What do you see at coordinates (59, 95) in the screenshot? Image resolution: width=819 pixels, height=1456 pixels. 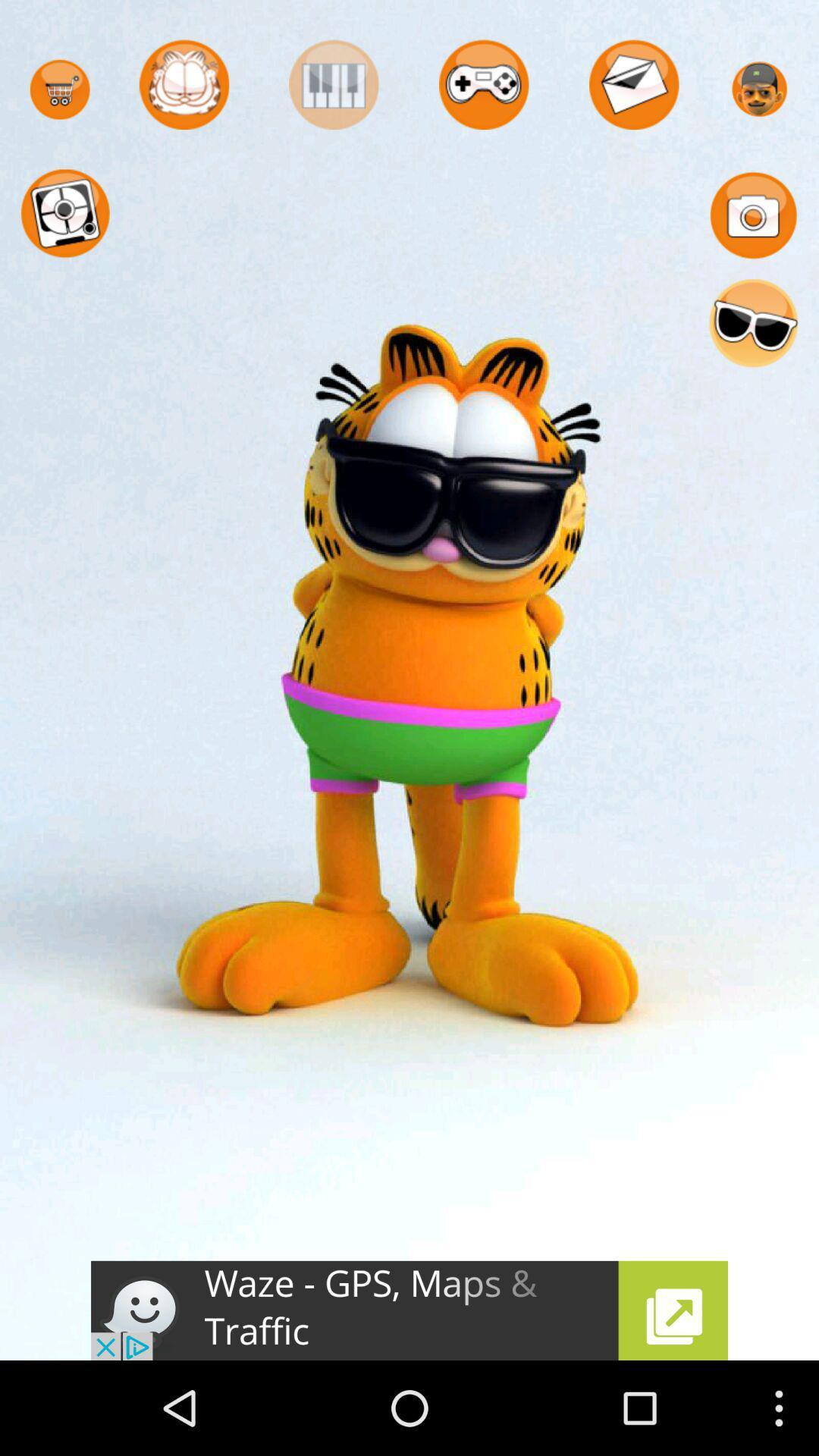 I see `the cart icon` at bounding box center [59, 95].